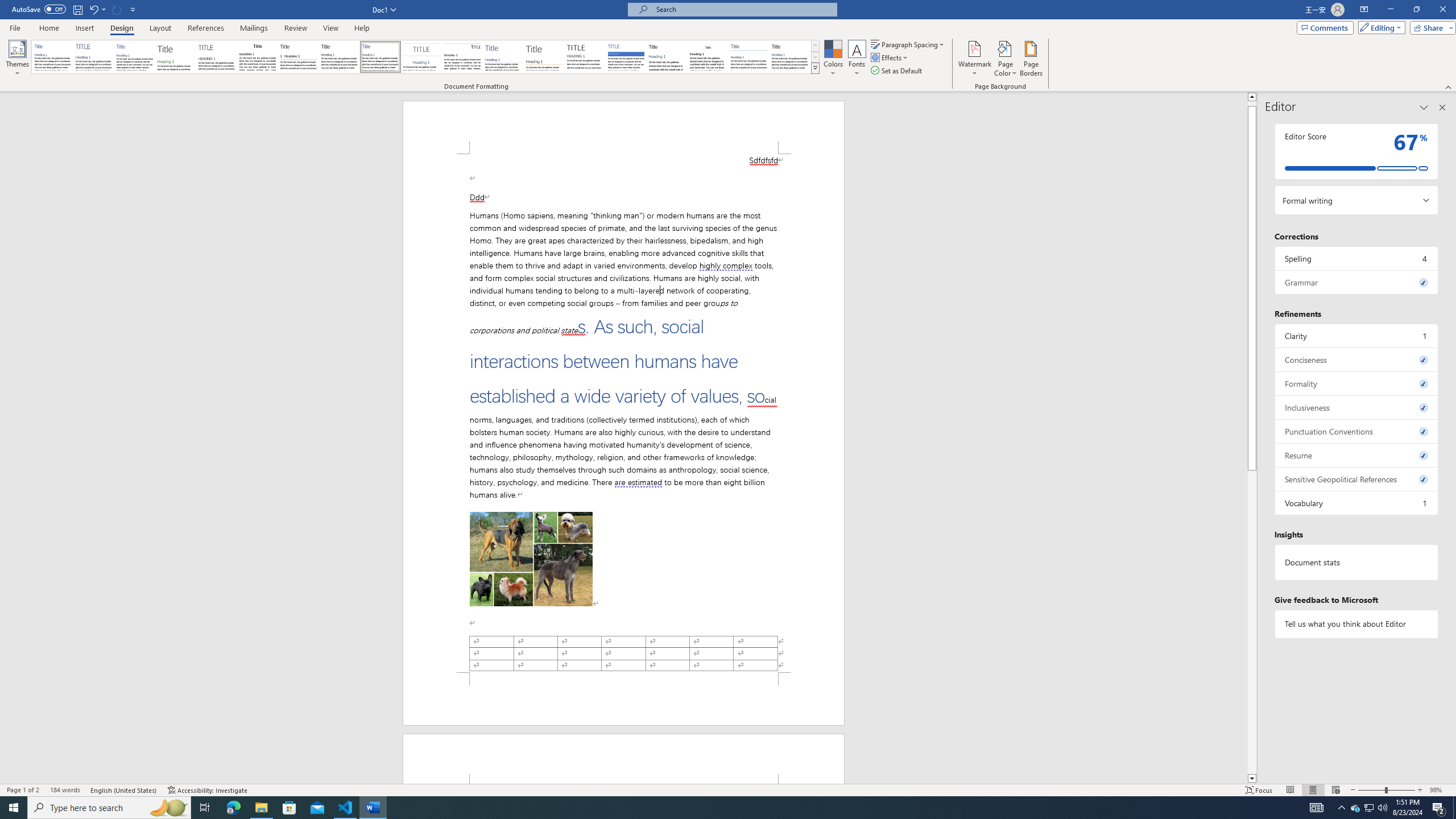  Describe the element at coordinates (97, 9) in the screenshot. I see `'Undo Outline Move Up'` at that location.